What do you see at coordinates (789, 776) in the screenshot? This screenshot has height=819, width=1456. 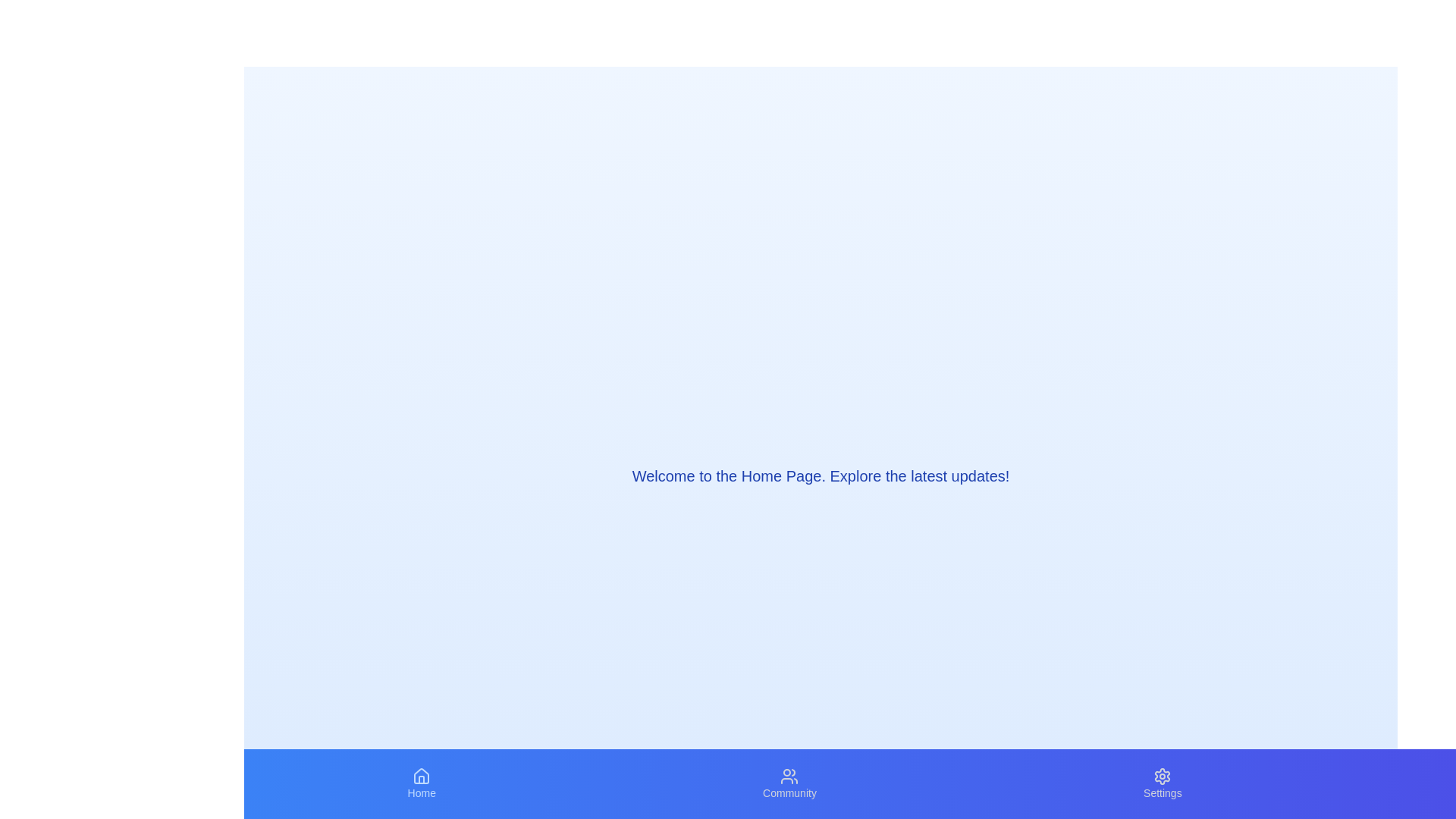 I see `the 'Community' icon in the bottom navigation bar` at bounding box center [789, 776].